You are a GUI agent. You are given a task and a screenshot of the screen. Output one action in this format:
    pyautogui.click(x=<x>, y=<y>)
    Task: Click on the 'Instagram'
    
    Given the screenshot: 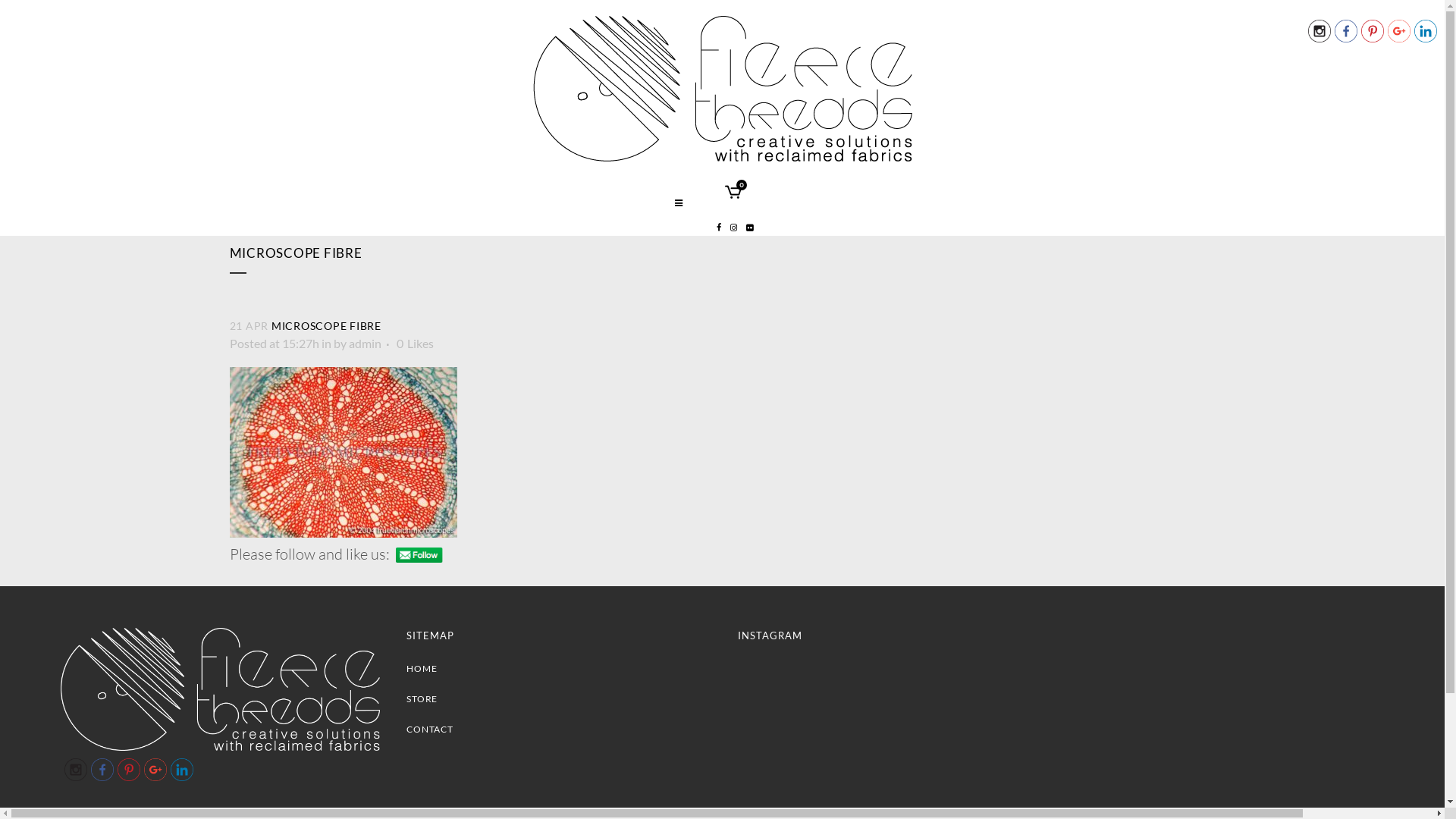 What is the action you would take?
    pyautogui.click(x=1318, y=31)
    